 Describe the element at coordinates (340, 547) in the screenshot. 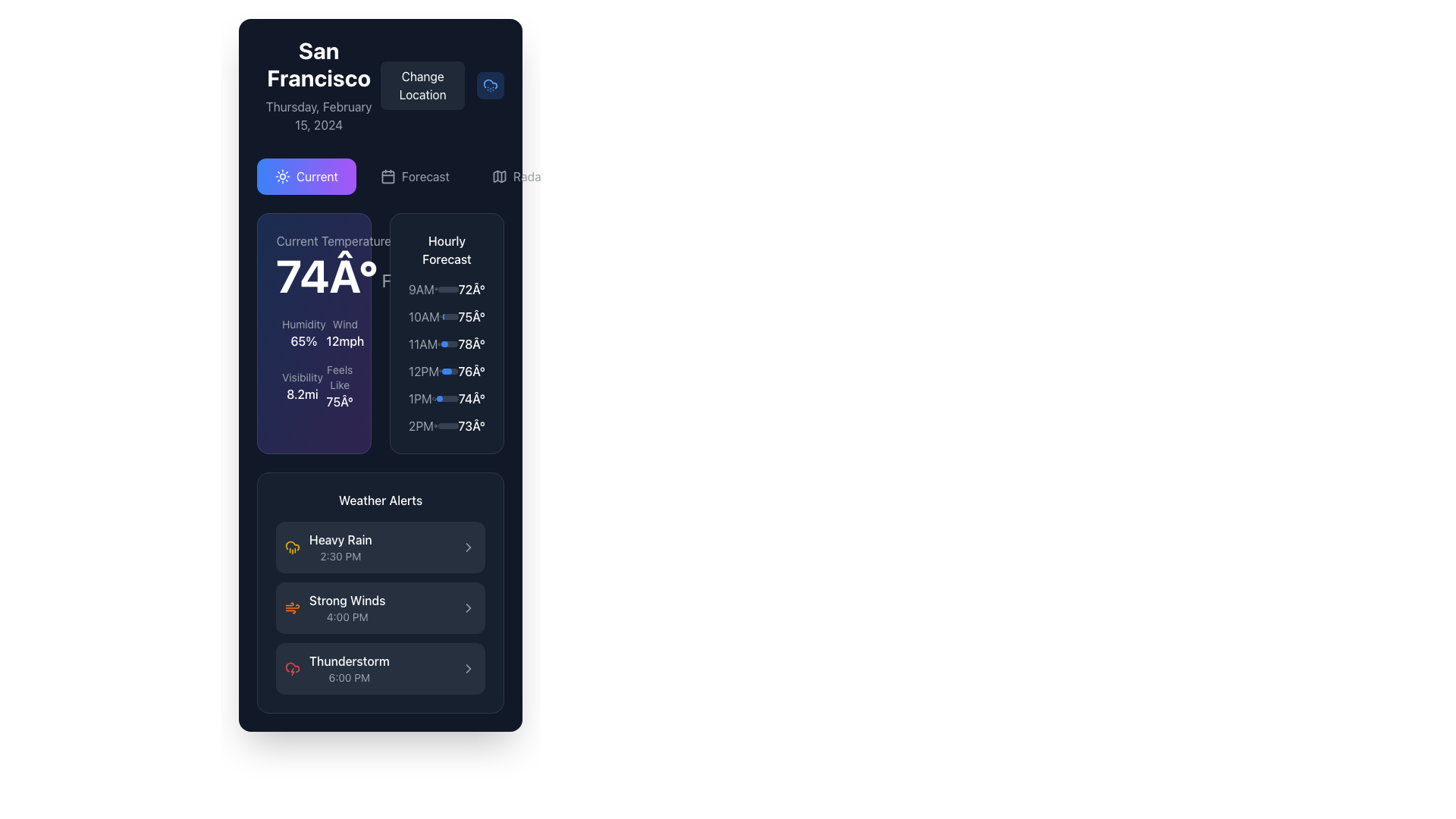

I see `the 'Heavy Rain' weather alert label located in the 'Weather Alerts' section, which indicates a weather alert with the time '2:30 PM'` at that location.